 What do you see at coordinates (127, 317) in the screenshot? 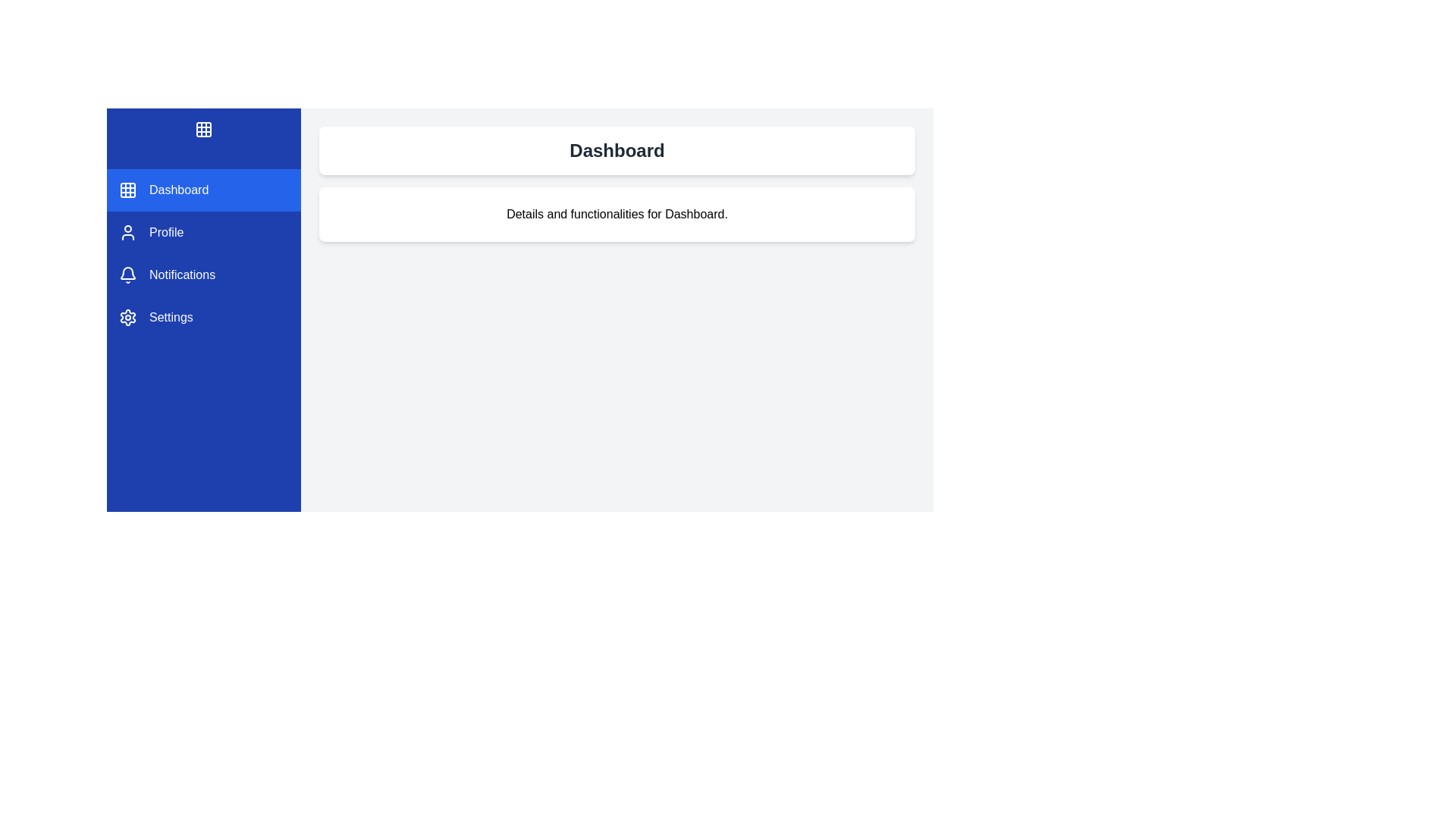
I see `the small gear icon located to the left of the 'Settings' text in the vertical navigation menu to trigger the tooltip or highlight effect` at bounding box center [127, 317].